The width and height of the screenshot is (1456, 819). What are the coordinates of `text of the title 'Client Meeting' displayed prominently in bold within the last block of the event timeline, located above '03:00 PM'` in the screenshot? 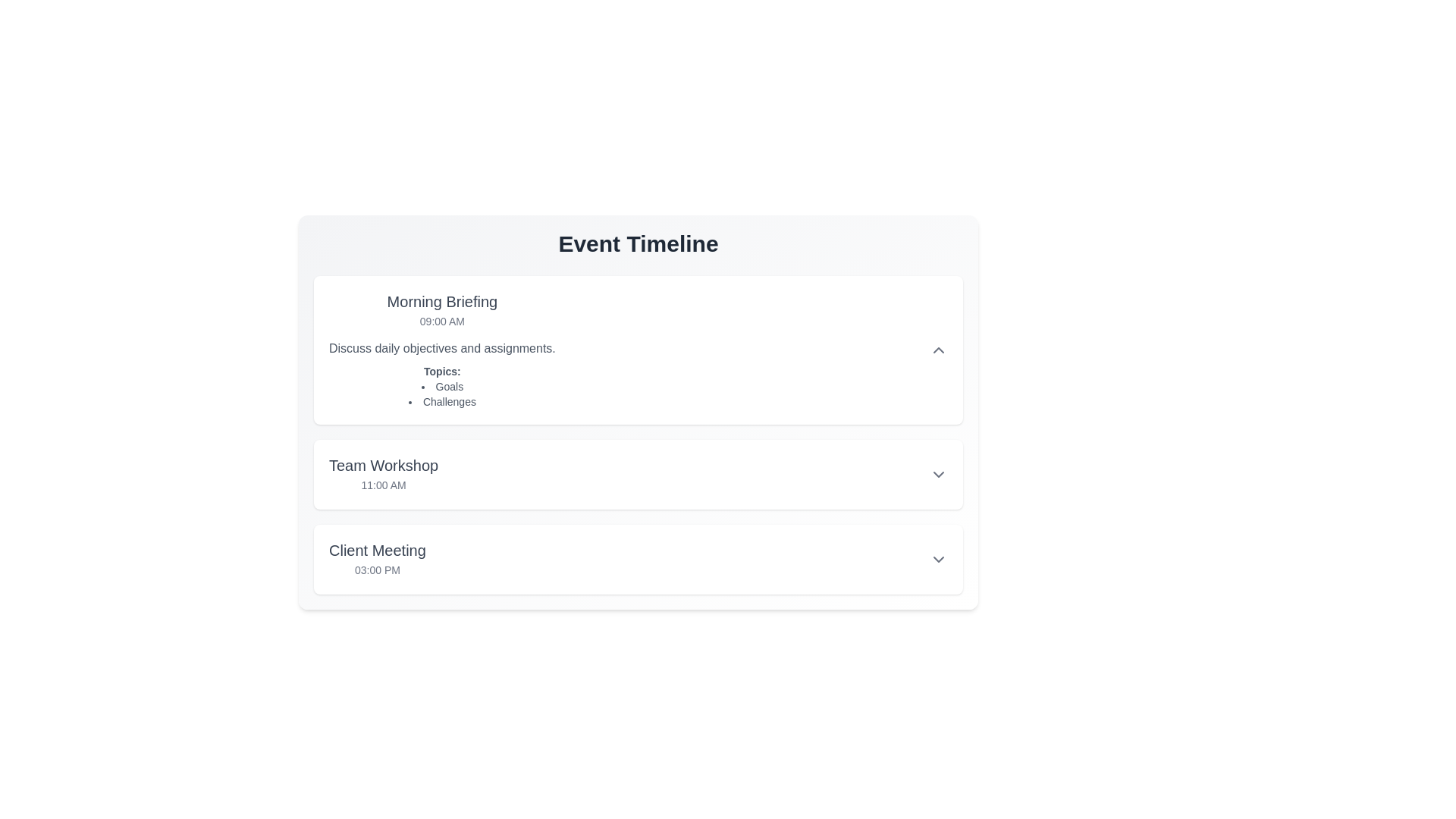 It's located at (377, 550).